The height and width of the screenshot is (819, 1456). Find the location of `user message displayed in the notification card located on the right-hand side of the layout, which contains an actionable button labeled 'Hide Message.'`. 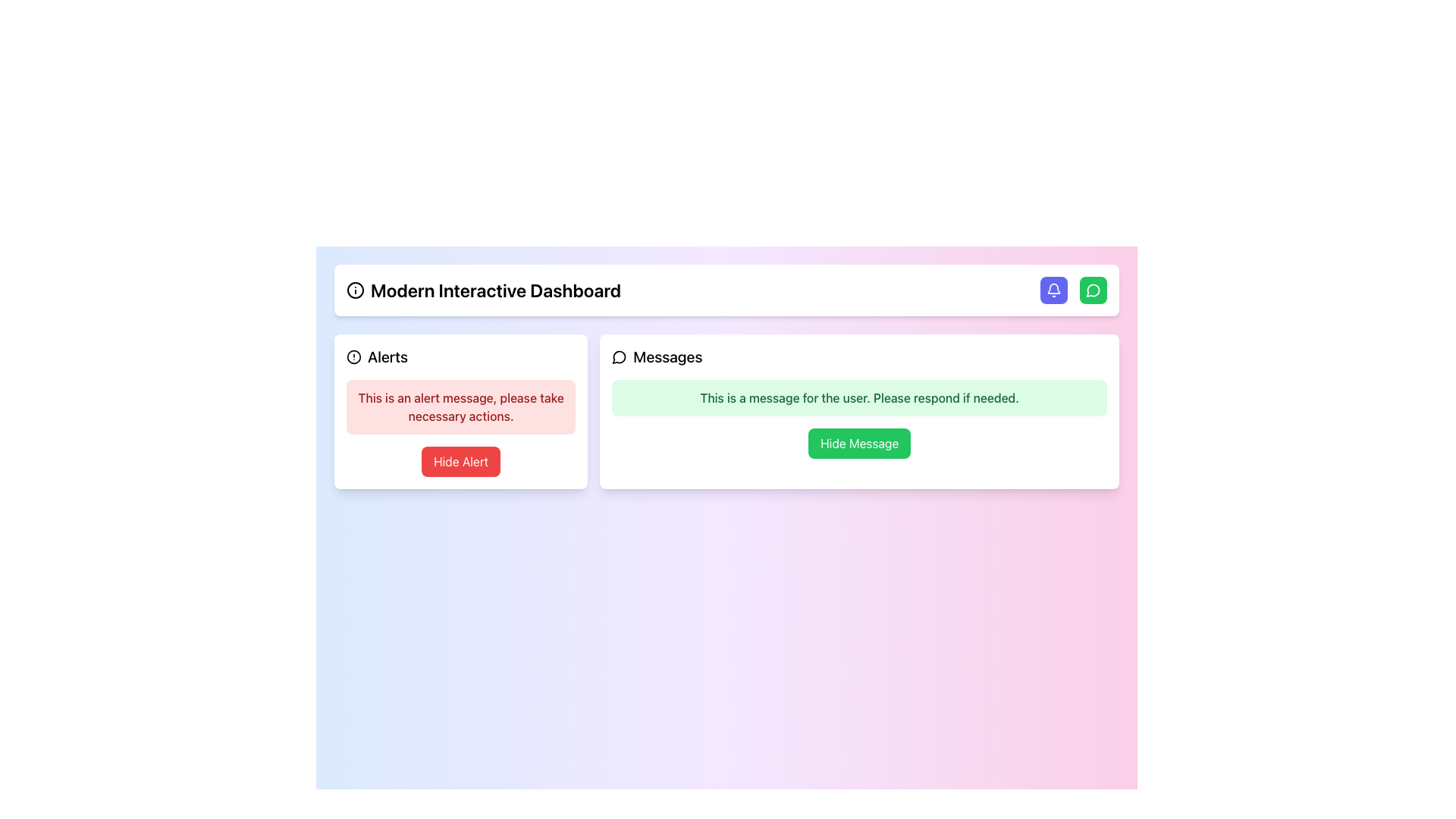

user message displayed in the notification card located on the right-hand side of the layout, which contains an actionable button labeled 'Hide Message.' is located at coordinates (859, 412).